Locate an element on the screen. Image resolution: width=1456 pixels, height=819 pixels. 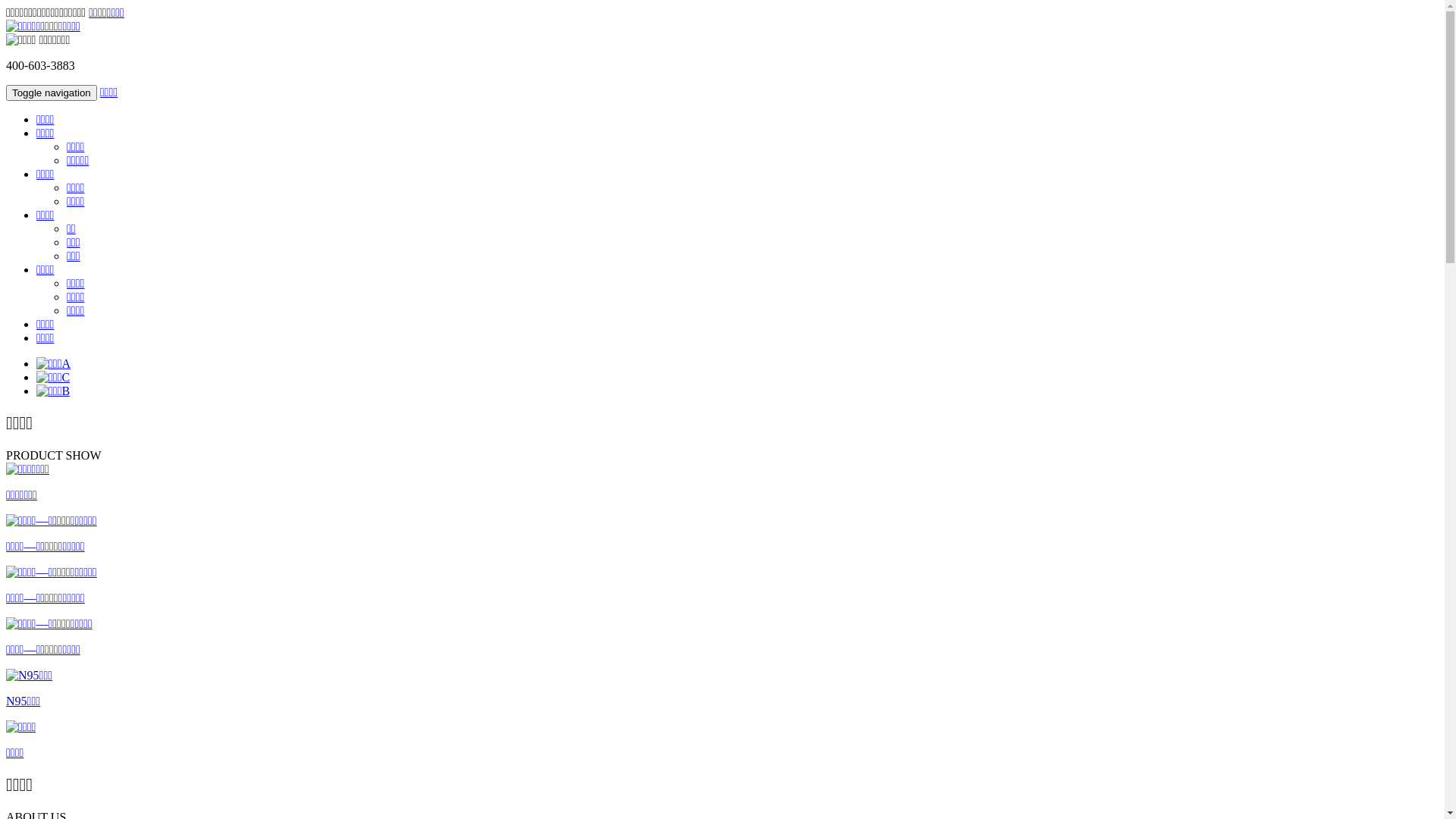
'Toggle navigation' is located at coordinates (51, 93).